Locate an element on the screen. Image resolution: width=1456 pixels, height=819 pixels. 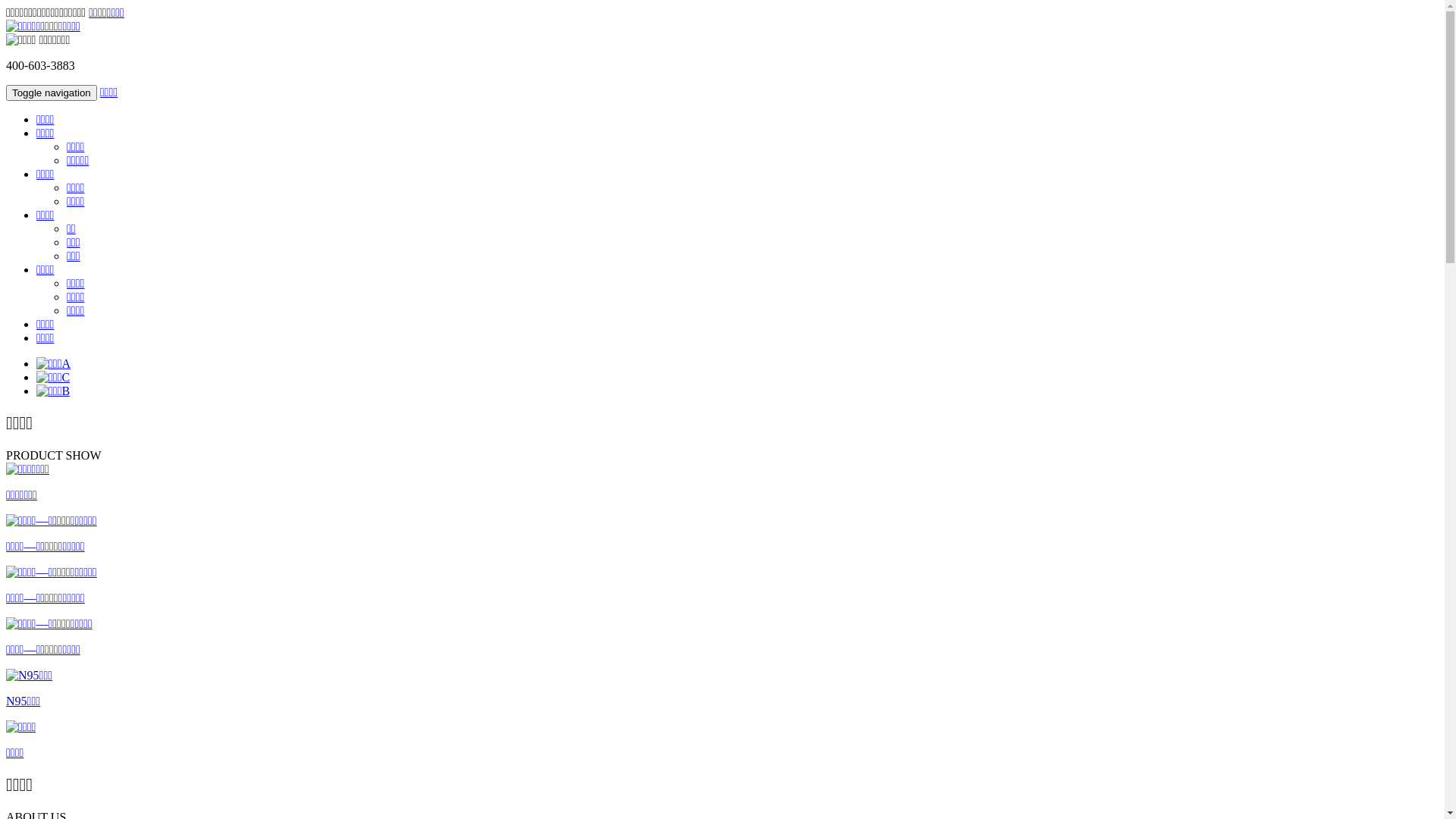
'Toggle navigation' is located at coordinates (51, 93).